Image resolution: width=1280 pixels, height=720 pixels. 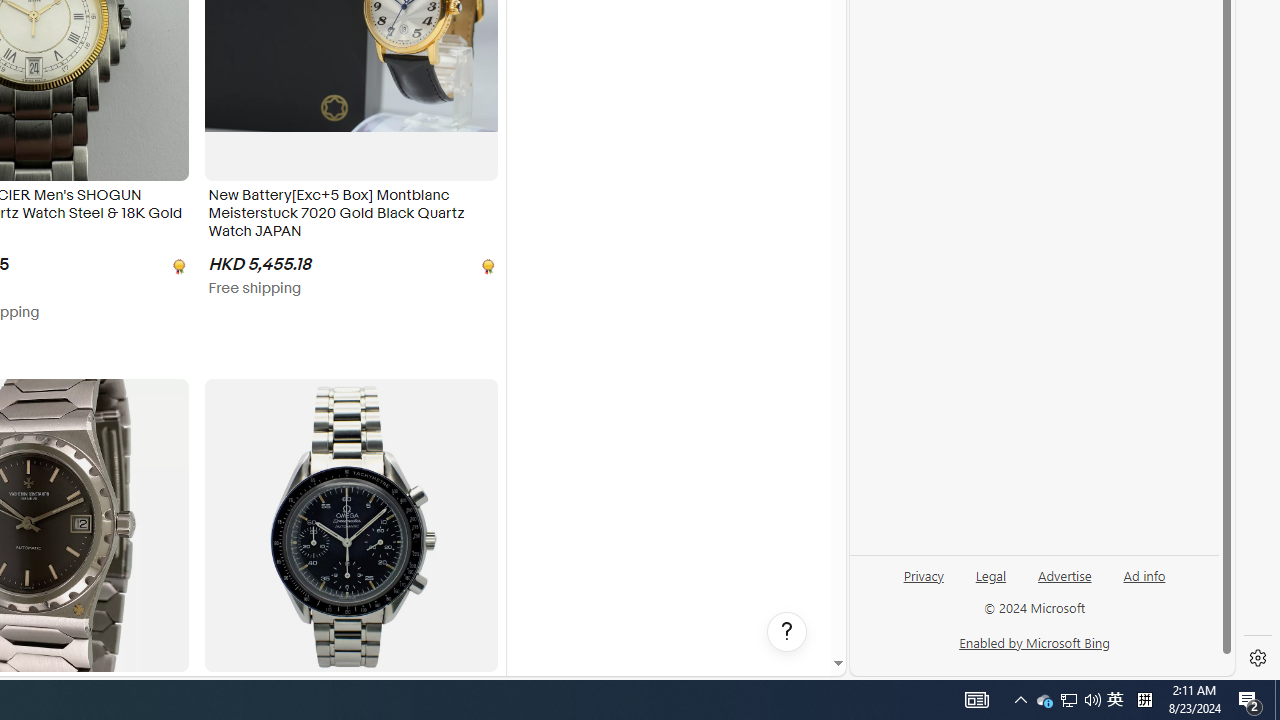 What do you see at coordinates (486, 264) in the screenshot?
I see `'[object Undefined]'` at bounding box center [486, 264].